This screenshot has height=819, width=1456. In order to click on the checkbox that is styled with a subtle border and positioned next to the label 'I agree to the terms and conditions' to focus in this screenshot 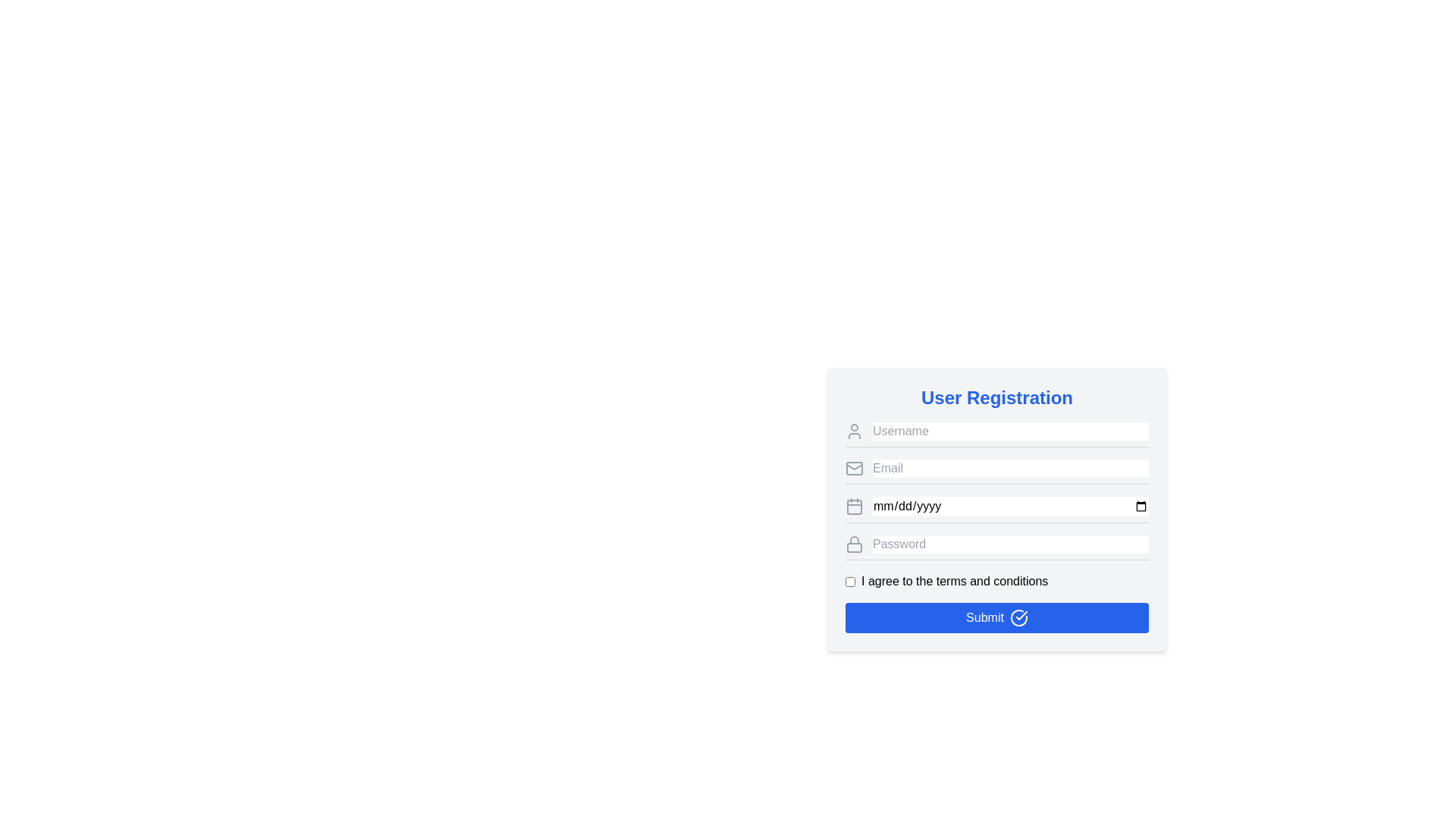, I will do `click(850, 581)`.